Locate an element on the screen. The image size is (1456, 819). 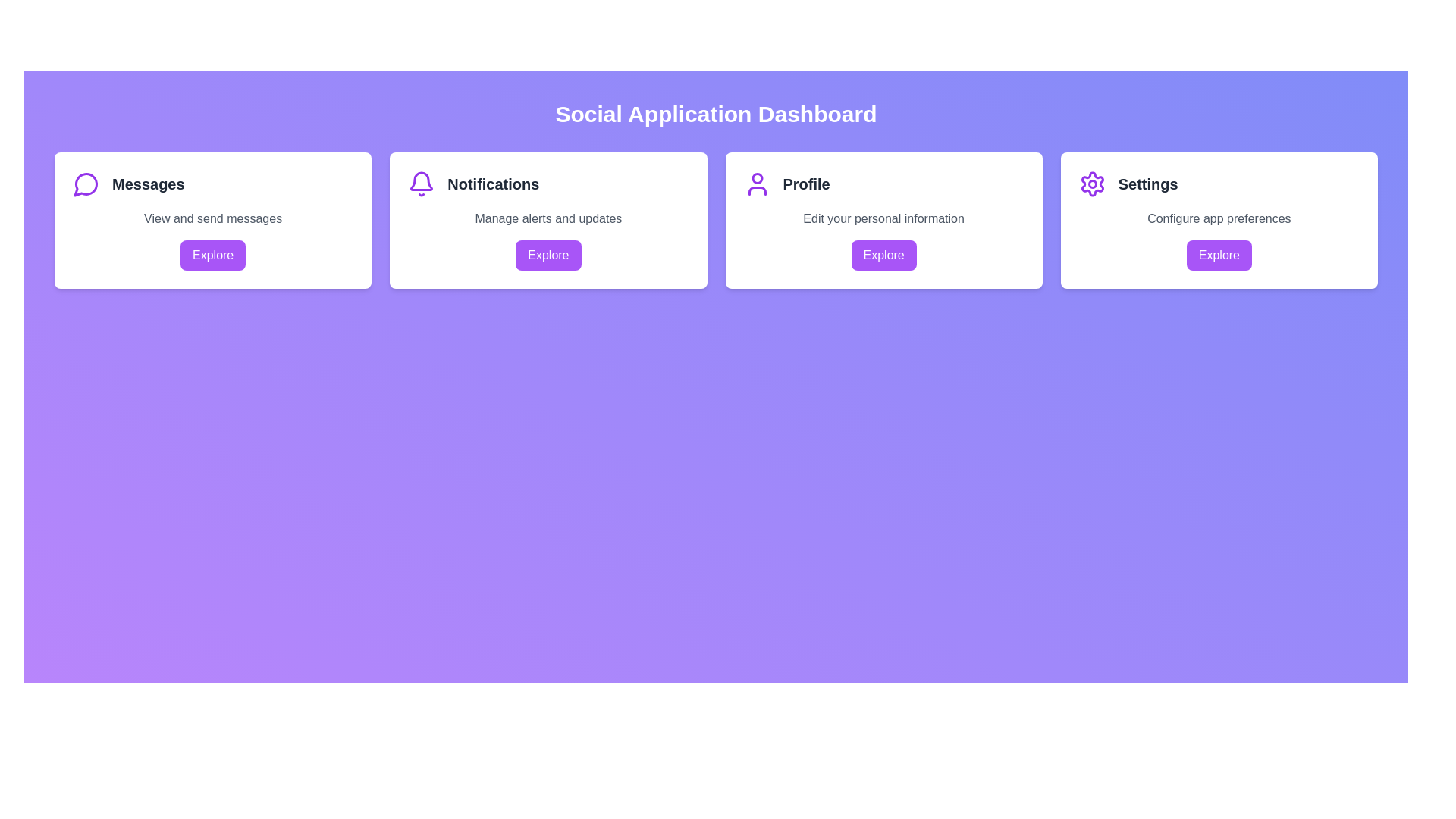
the second 'Explore' button located within the 'Notifications' card beneath the text 'Manage alerts and updates' is located at coordinates (548, 254).